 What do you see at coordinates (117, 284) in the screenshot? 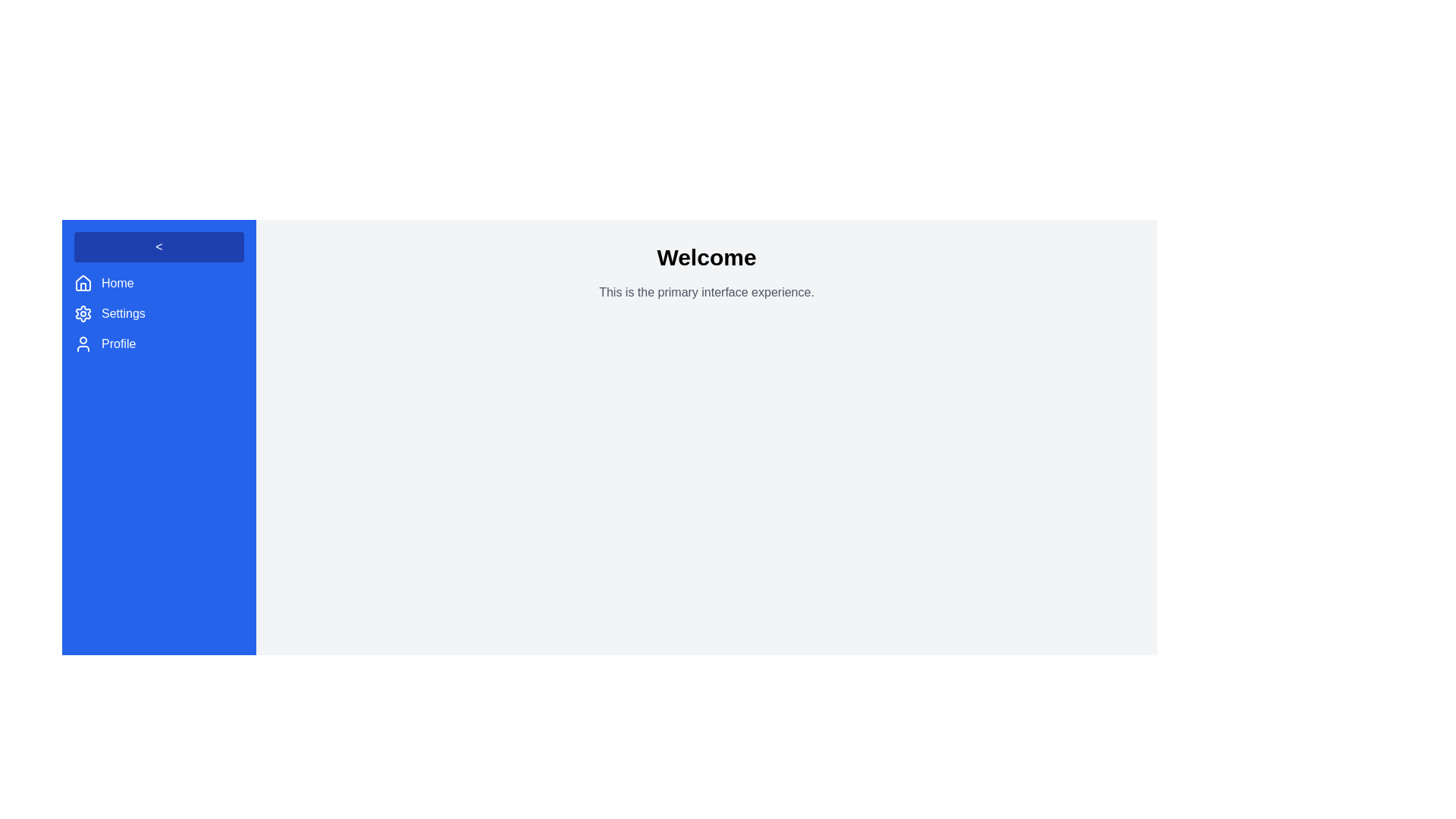
I see `the text label in the left sidebar navigation menu, which is located immediately after the house-shaped icon` at bounding box center [117, 284].